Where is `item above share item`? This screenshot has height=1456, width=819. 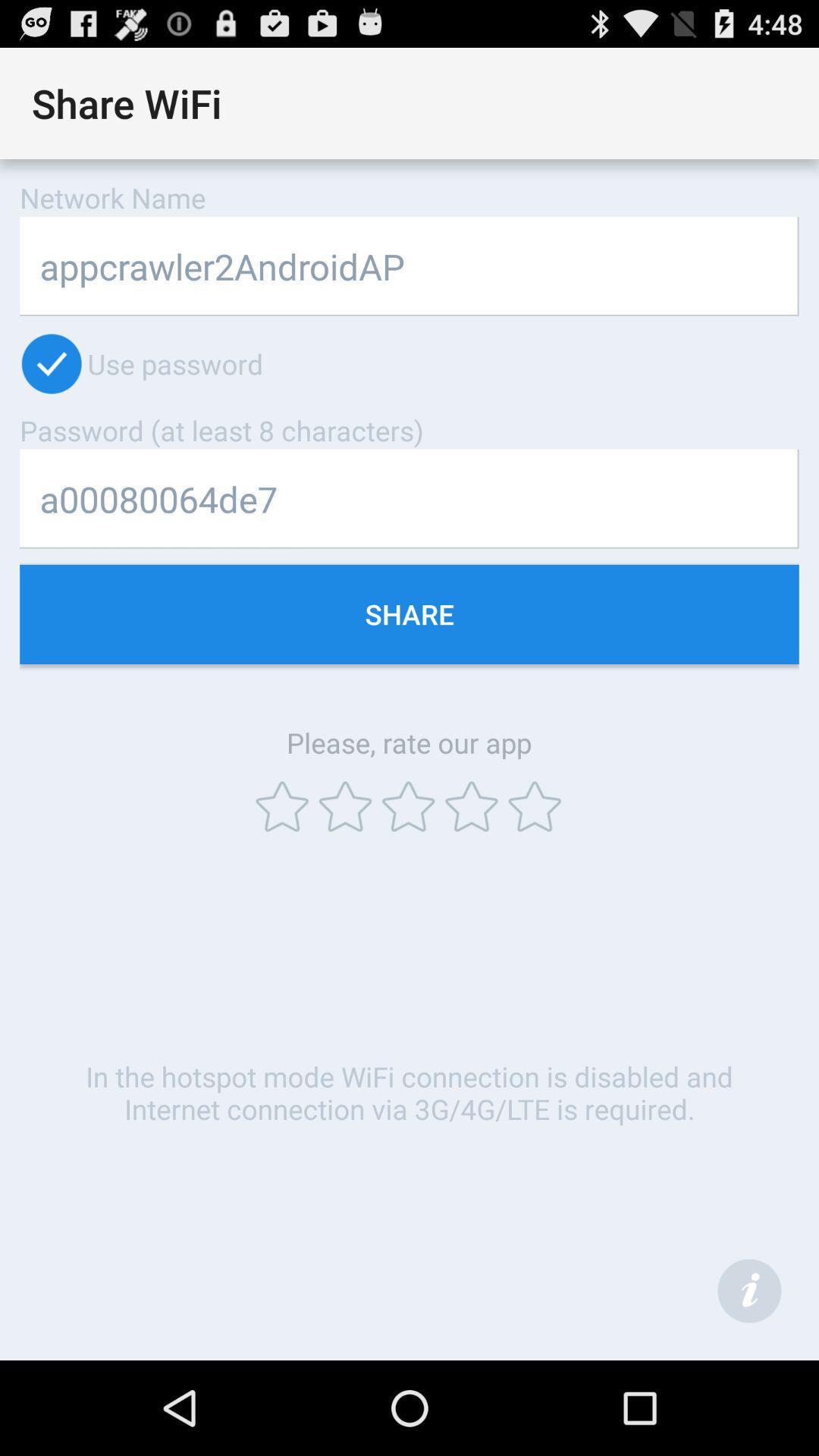 item above share item is located at coordinates (409, 499).